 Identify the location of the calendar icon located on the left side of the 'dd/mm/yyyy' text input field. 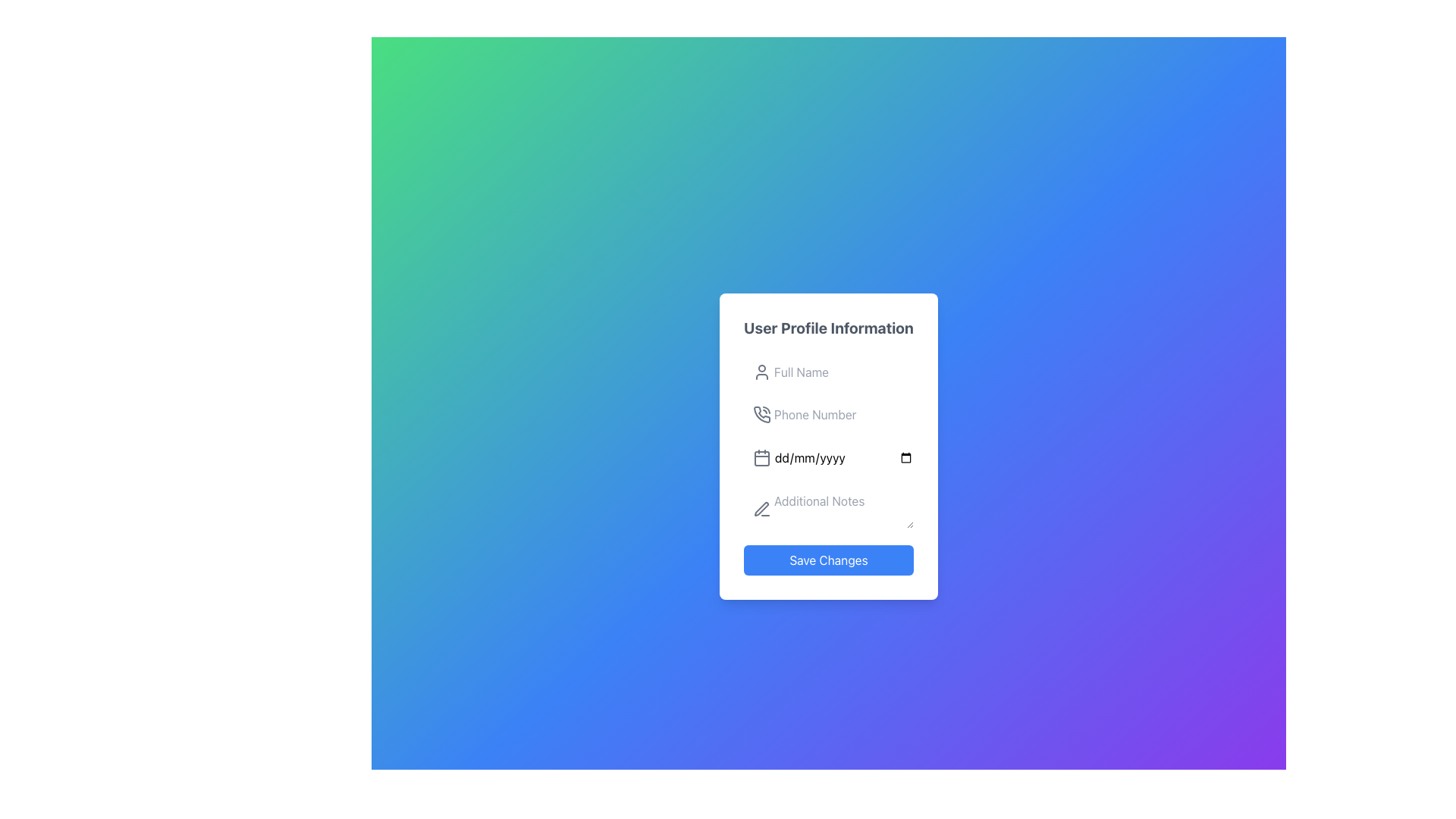
(761, 457).